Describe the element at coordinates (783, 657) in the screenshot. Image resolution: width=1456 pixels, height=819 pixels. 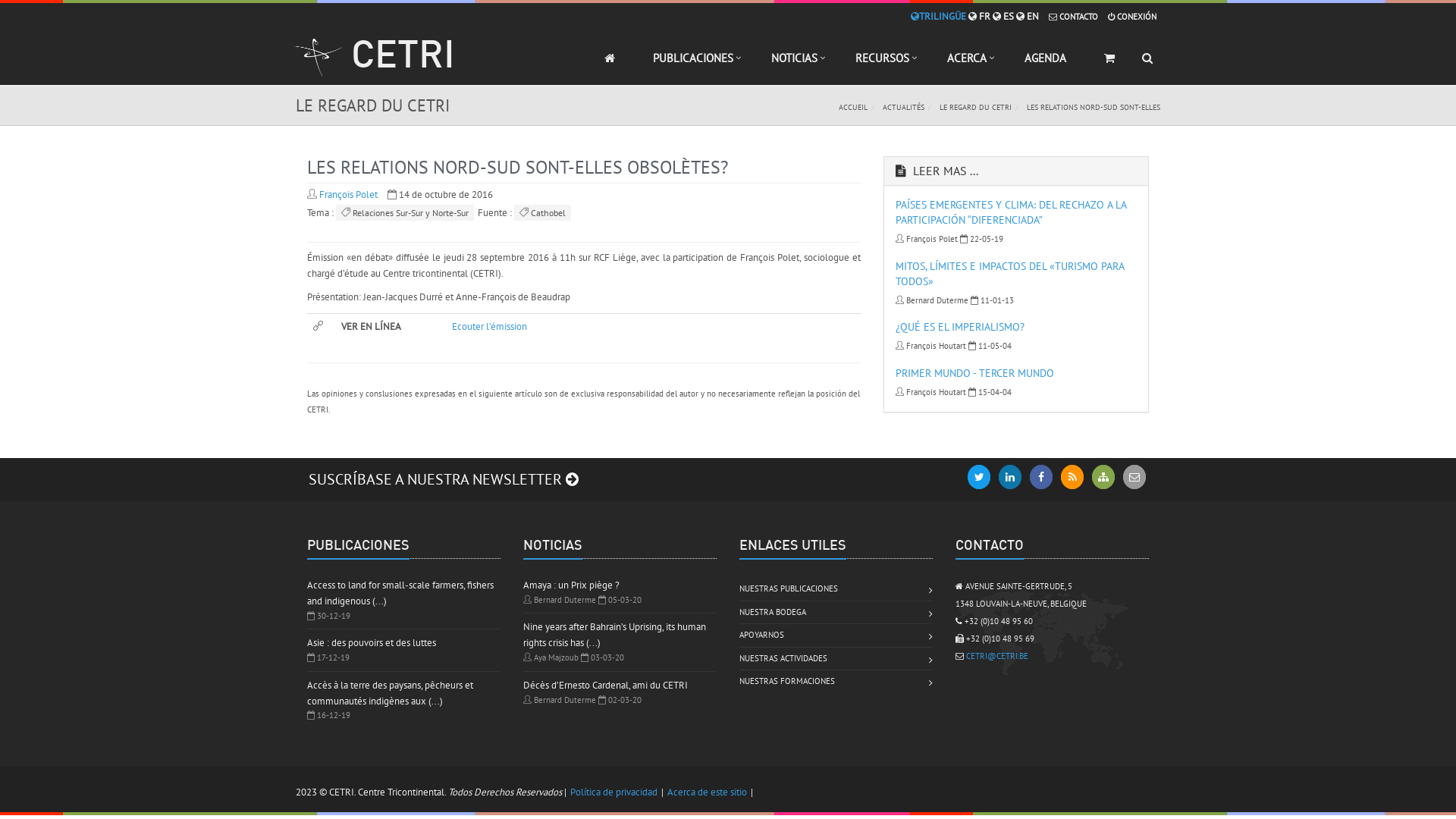
I see `'NUESTRAS ACTIVIDADES'` at that location.